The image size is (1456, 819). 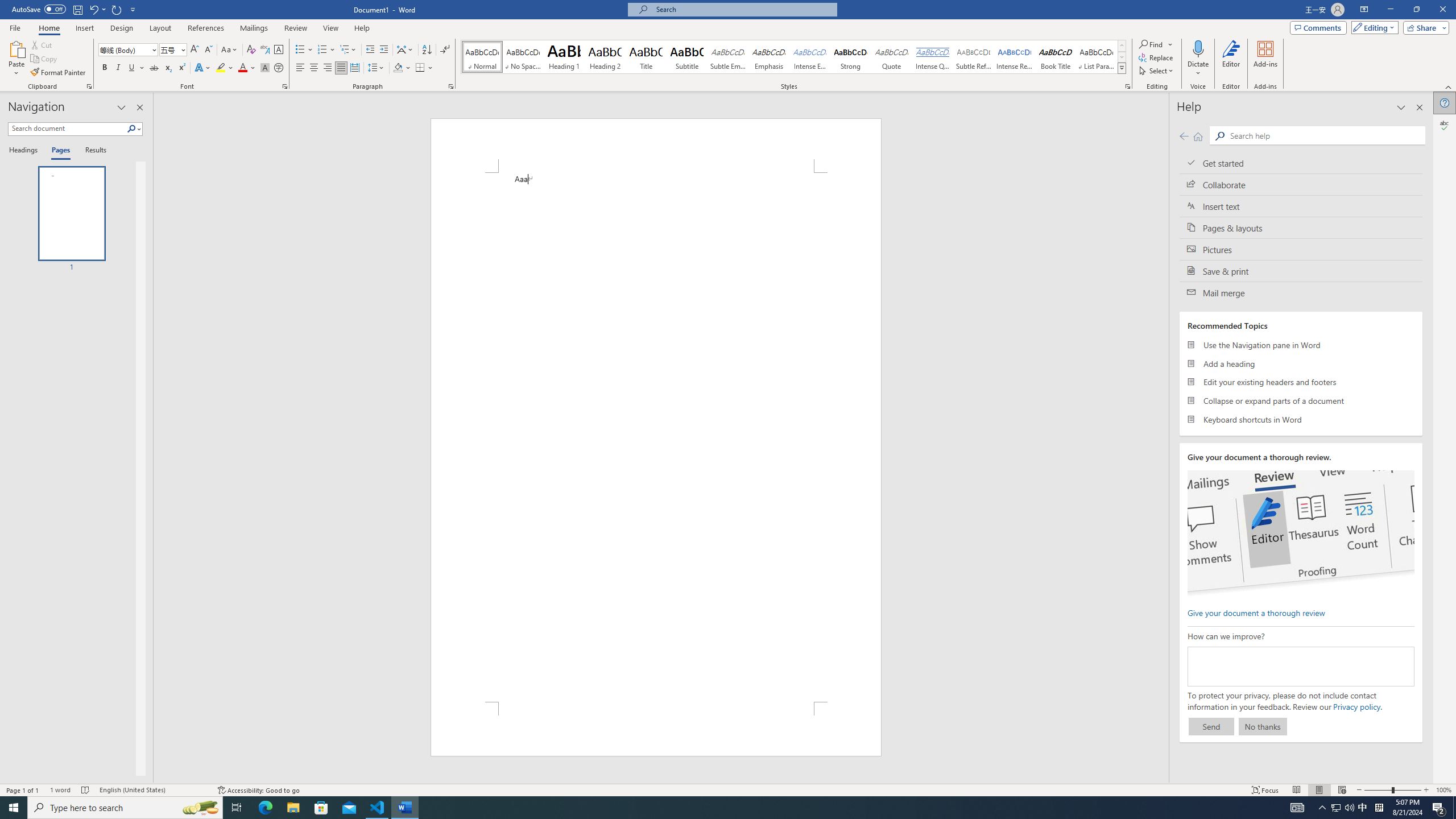 I want to click on 'Phonetic Guide...', so click(x=264, y=49).